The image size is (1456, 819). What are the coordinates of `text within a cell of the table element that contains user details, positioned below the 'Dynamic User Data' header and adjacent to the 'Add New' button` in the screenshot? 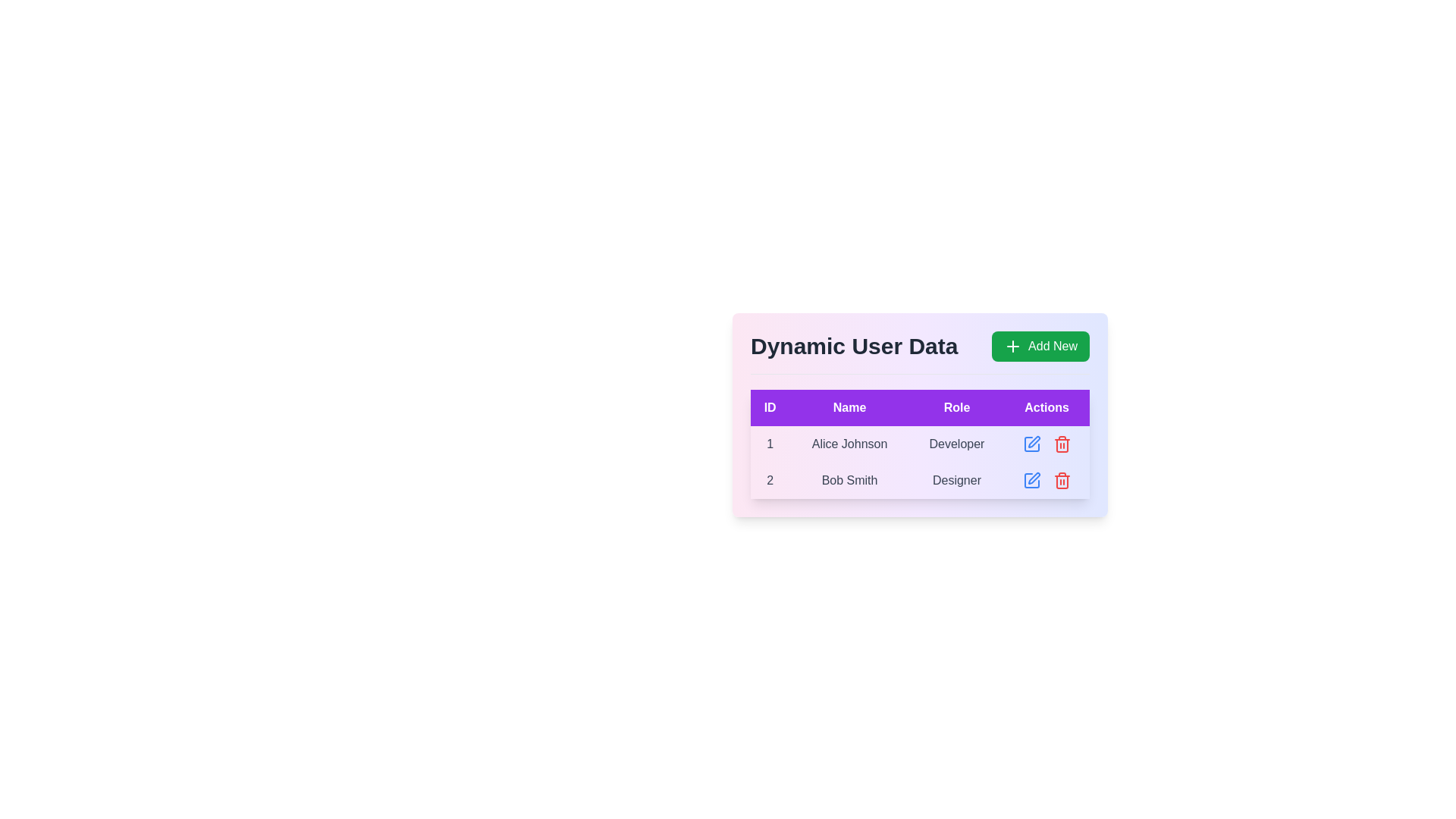 It's located at (919, 444).